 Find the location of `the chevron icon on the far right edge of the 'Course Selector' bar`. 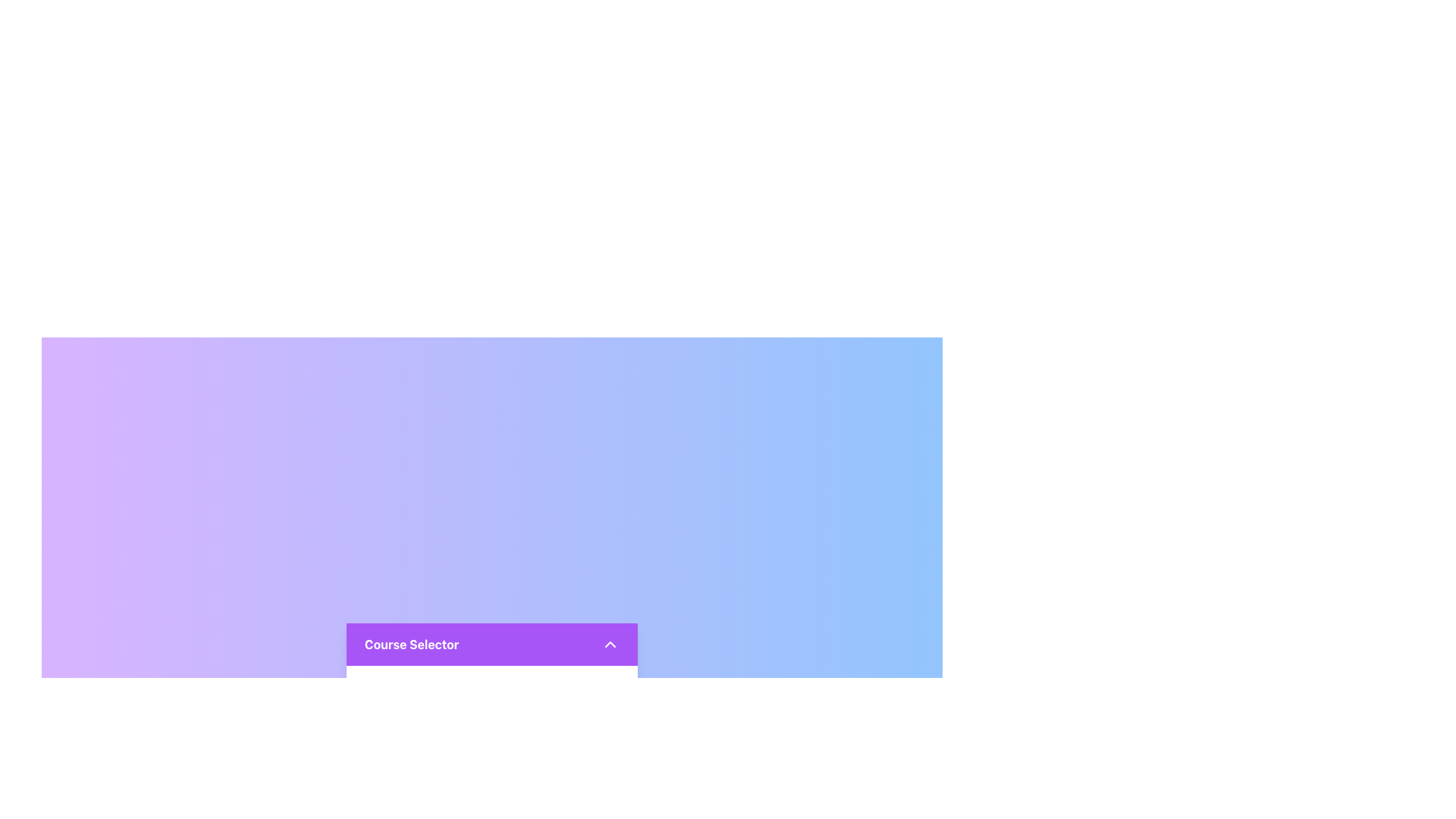

the chevron icon on the far right edge of the 'Course Selector' bar is located at coordinates (610, 644).